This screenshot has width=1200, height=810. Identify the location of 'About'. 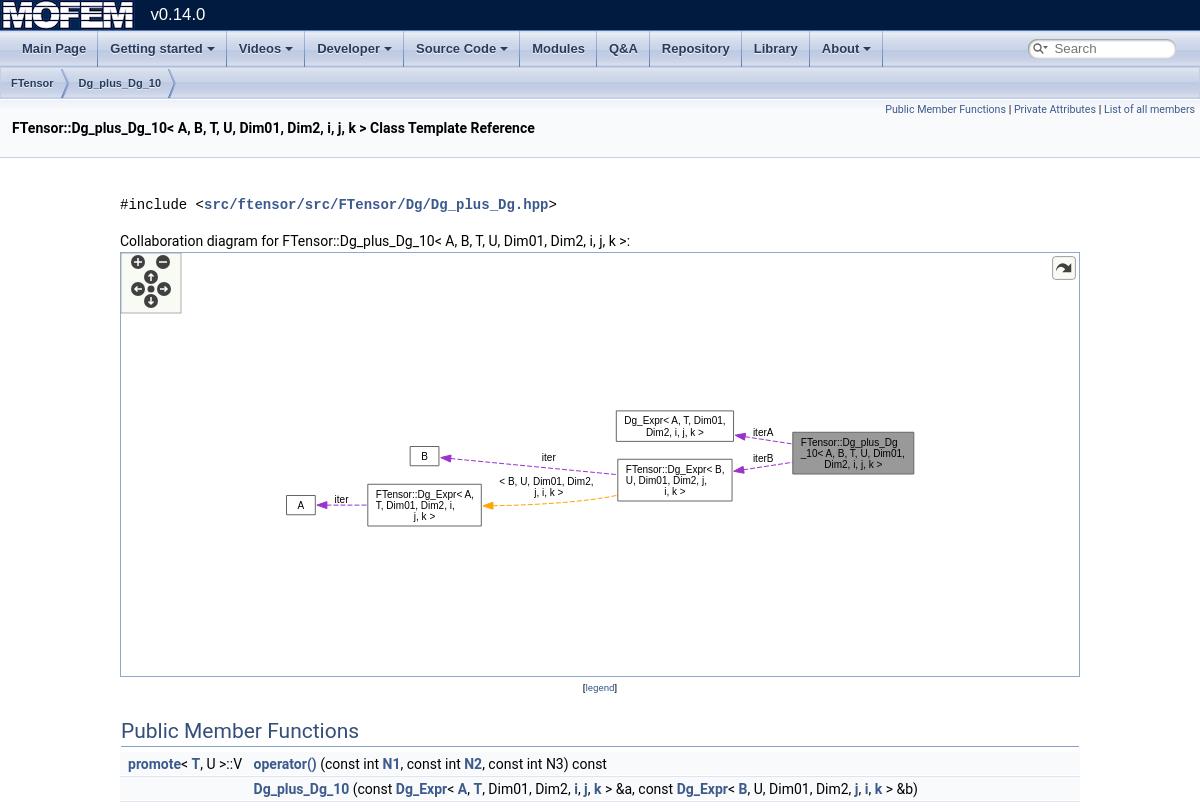
(839, 48).